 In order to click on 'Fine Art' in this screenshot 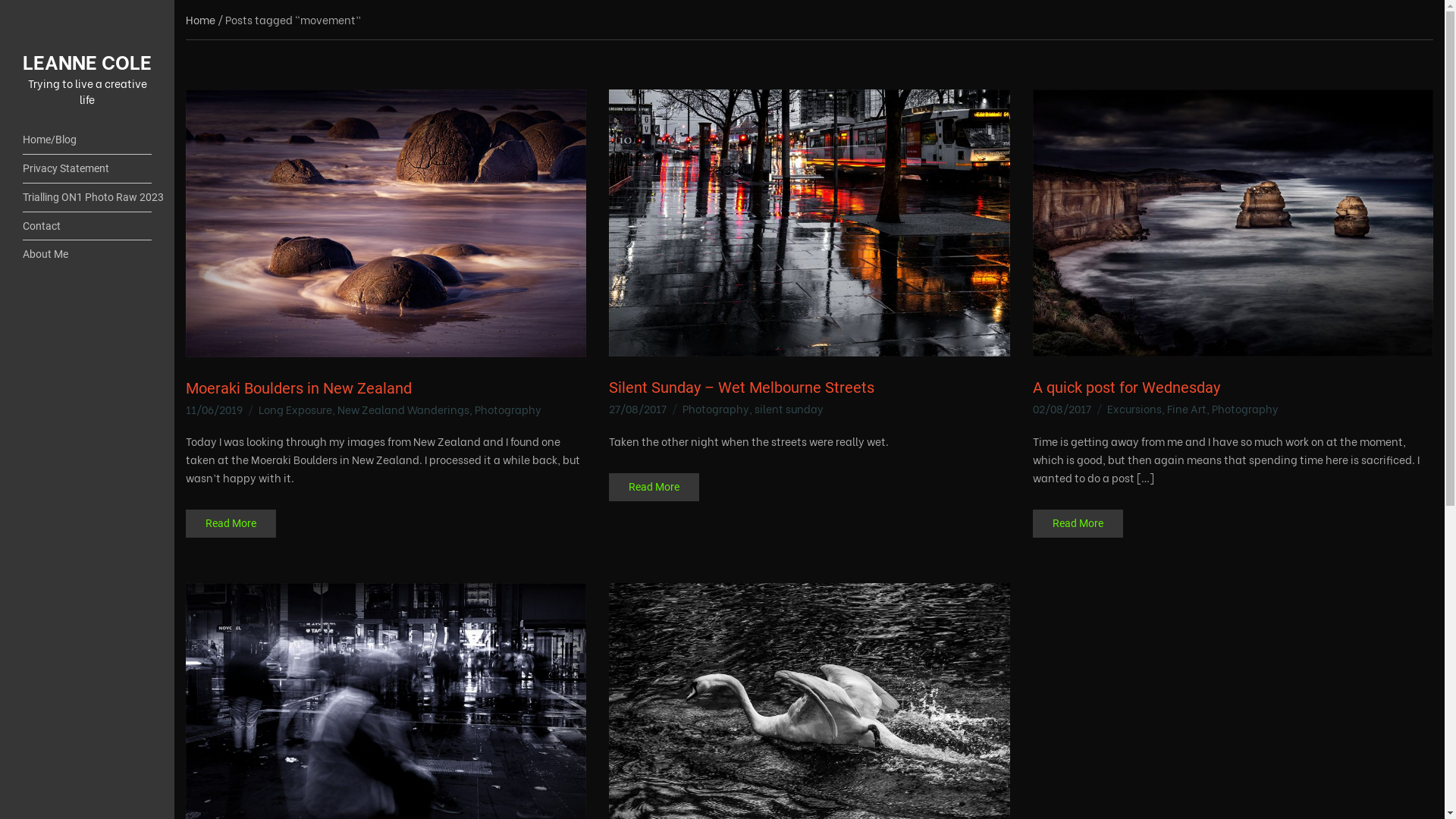, I will do `click(1185, 407)`.